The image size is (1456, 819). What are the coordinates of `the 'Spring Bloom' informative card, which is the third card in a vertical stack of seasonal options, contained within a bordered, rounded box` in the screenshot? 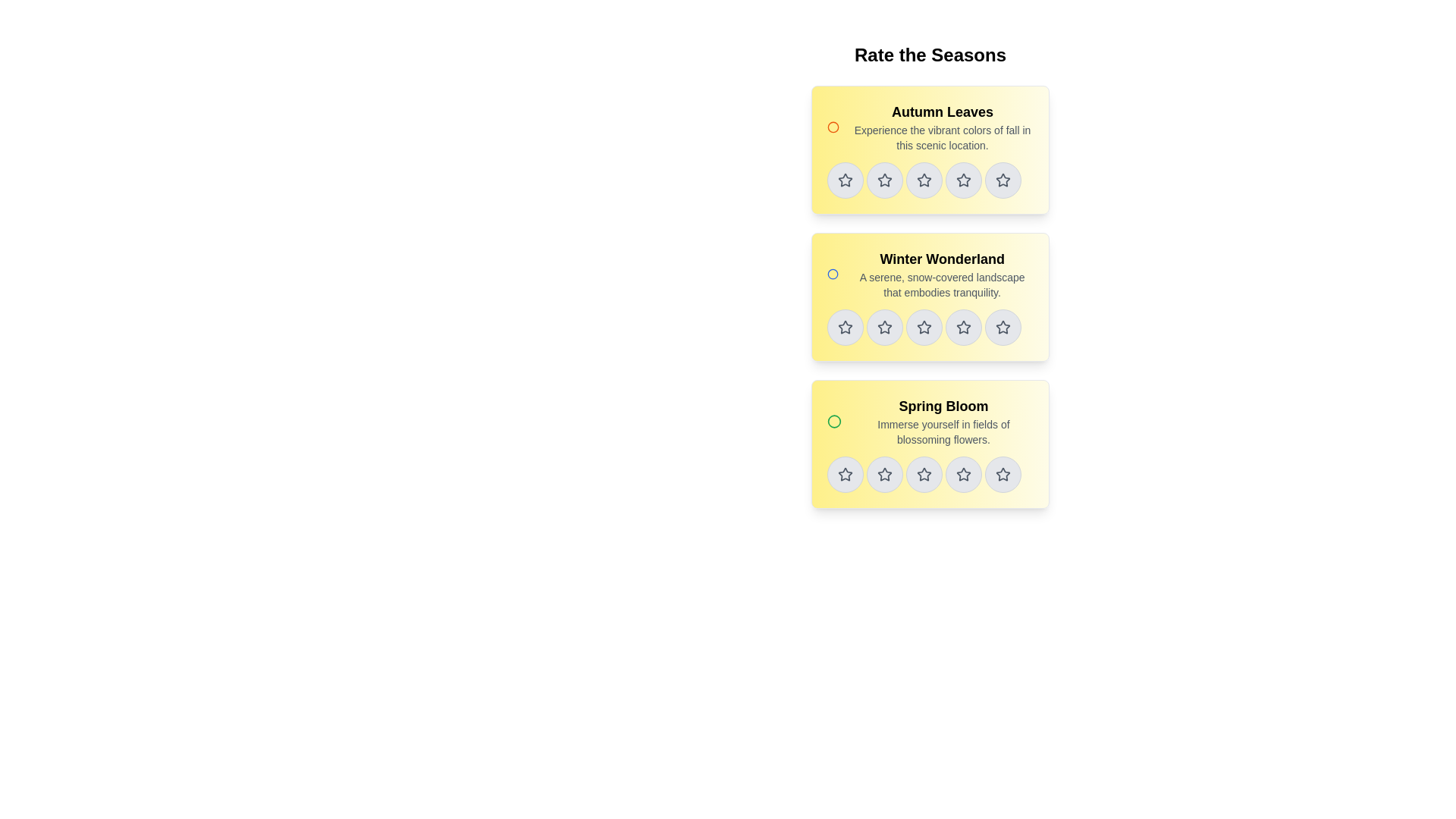 It's located at (930, 421).